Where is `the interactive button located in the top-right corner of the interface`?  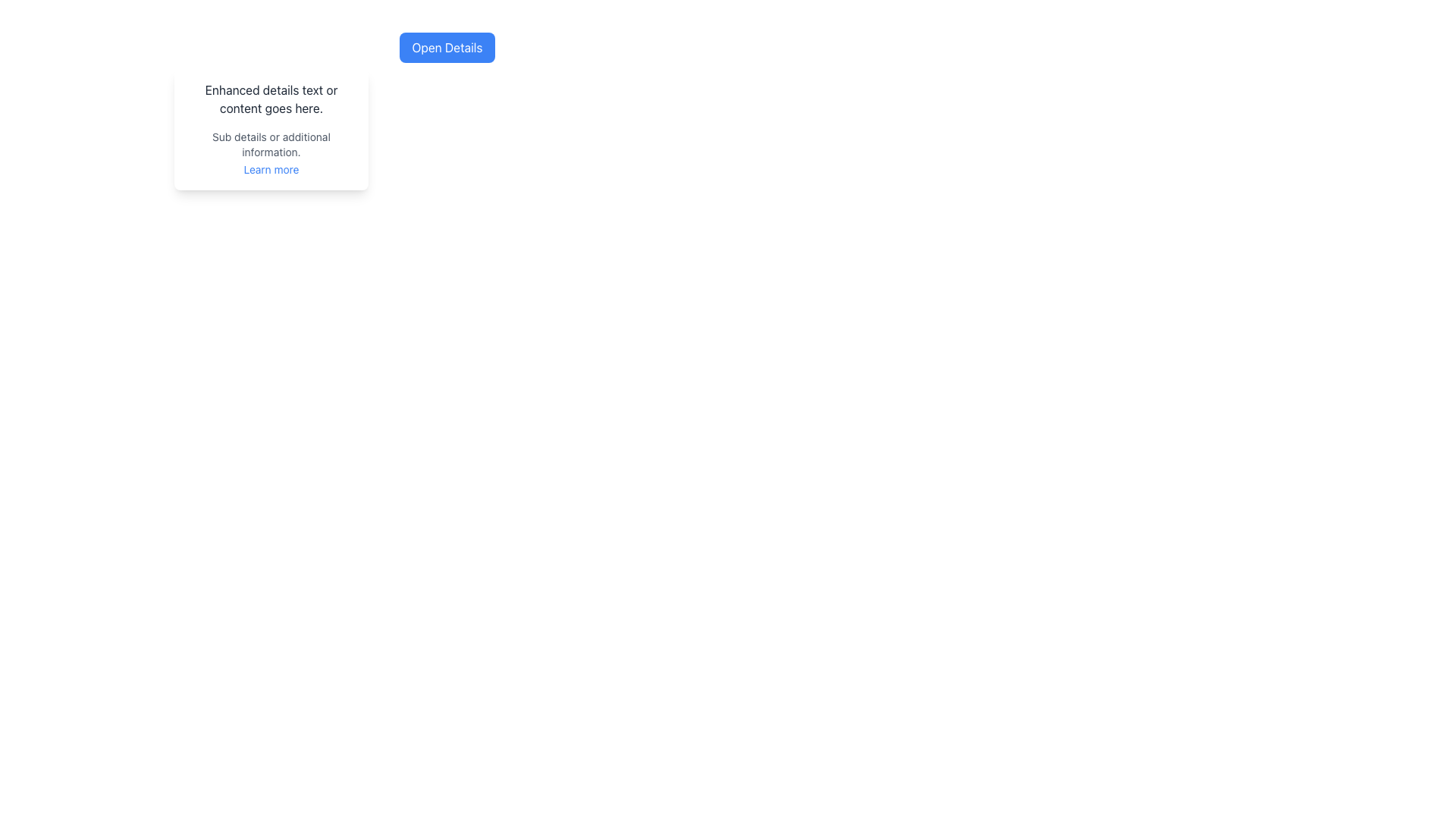
the interactive button located in the top-right corner of the interface is located at coordinates (447, 46).